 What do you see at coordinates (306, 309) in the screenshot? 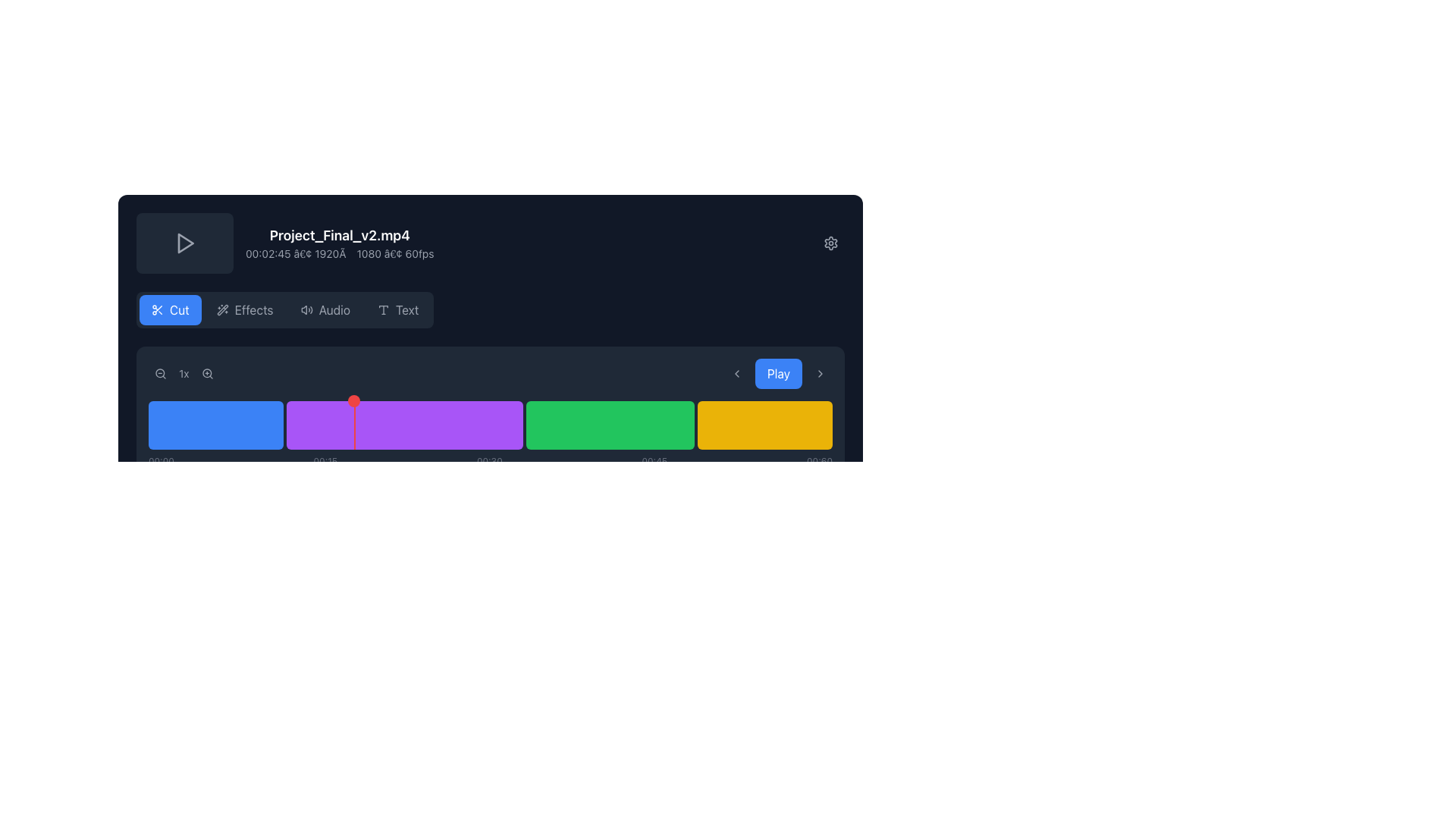
I see `the small audio icon represented by a speaker emitting sound waves, located within the 'Audio' button in the toolbar section of the application interface` at bounding box center [306, 309].